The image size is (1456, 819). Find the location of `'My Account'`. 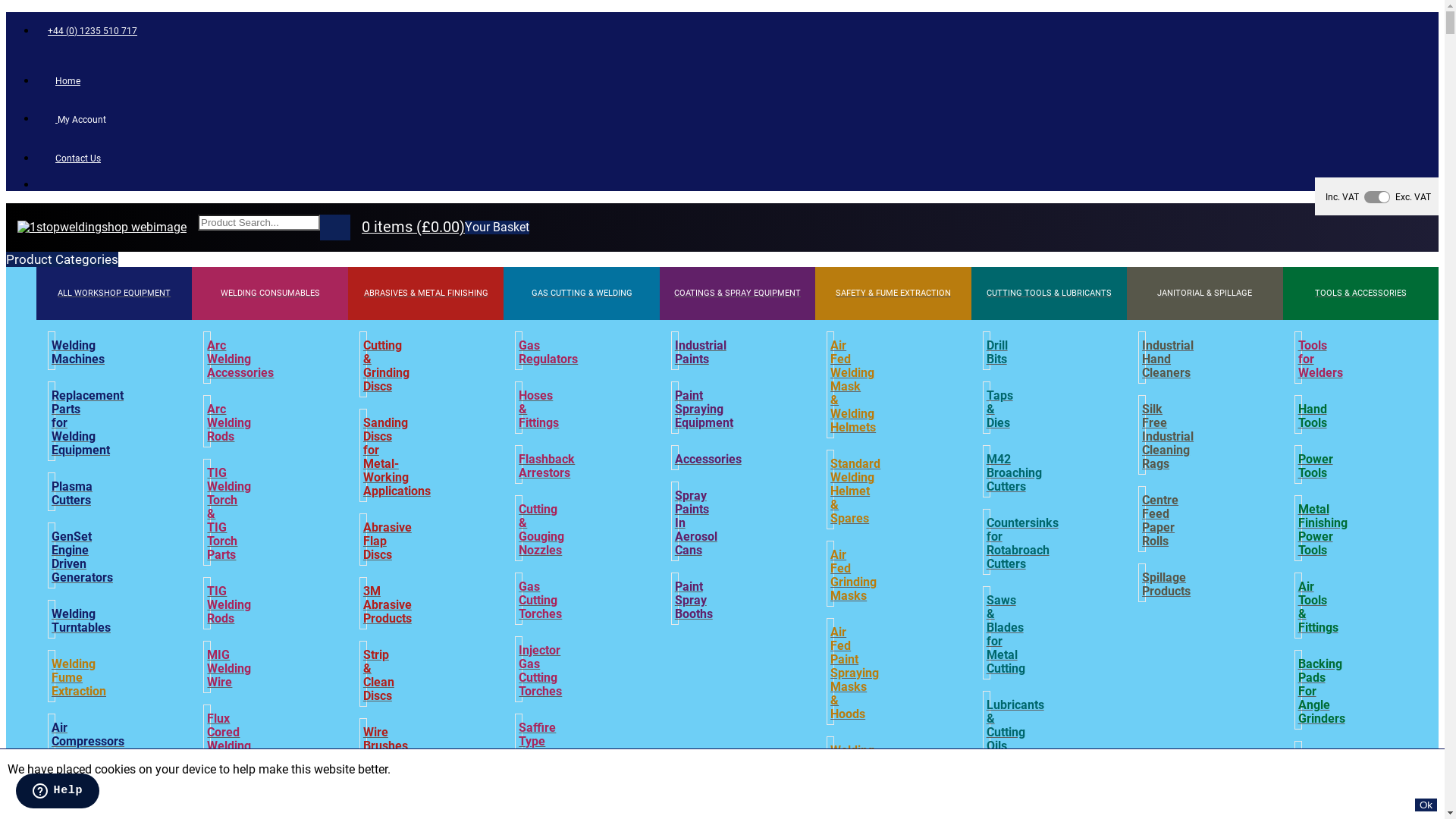

'My Account' is located at coordinates (36, 118).